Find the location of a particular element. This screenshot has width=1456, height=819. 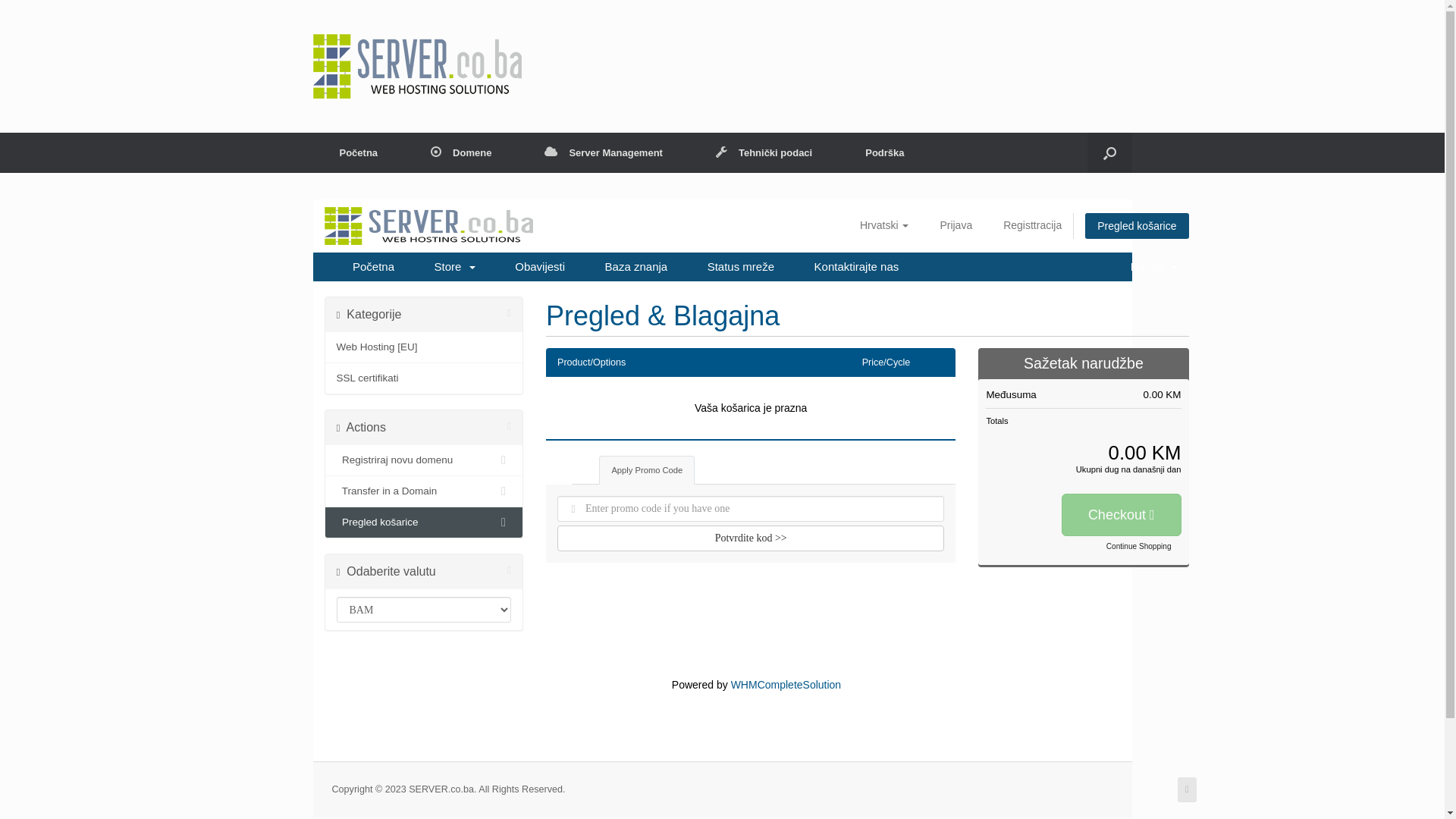

'Hrvatski' is located at coordinates (884, 225).